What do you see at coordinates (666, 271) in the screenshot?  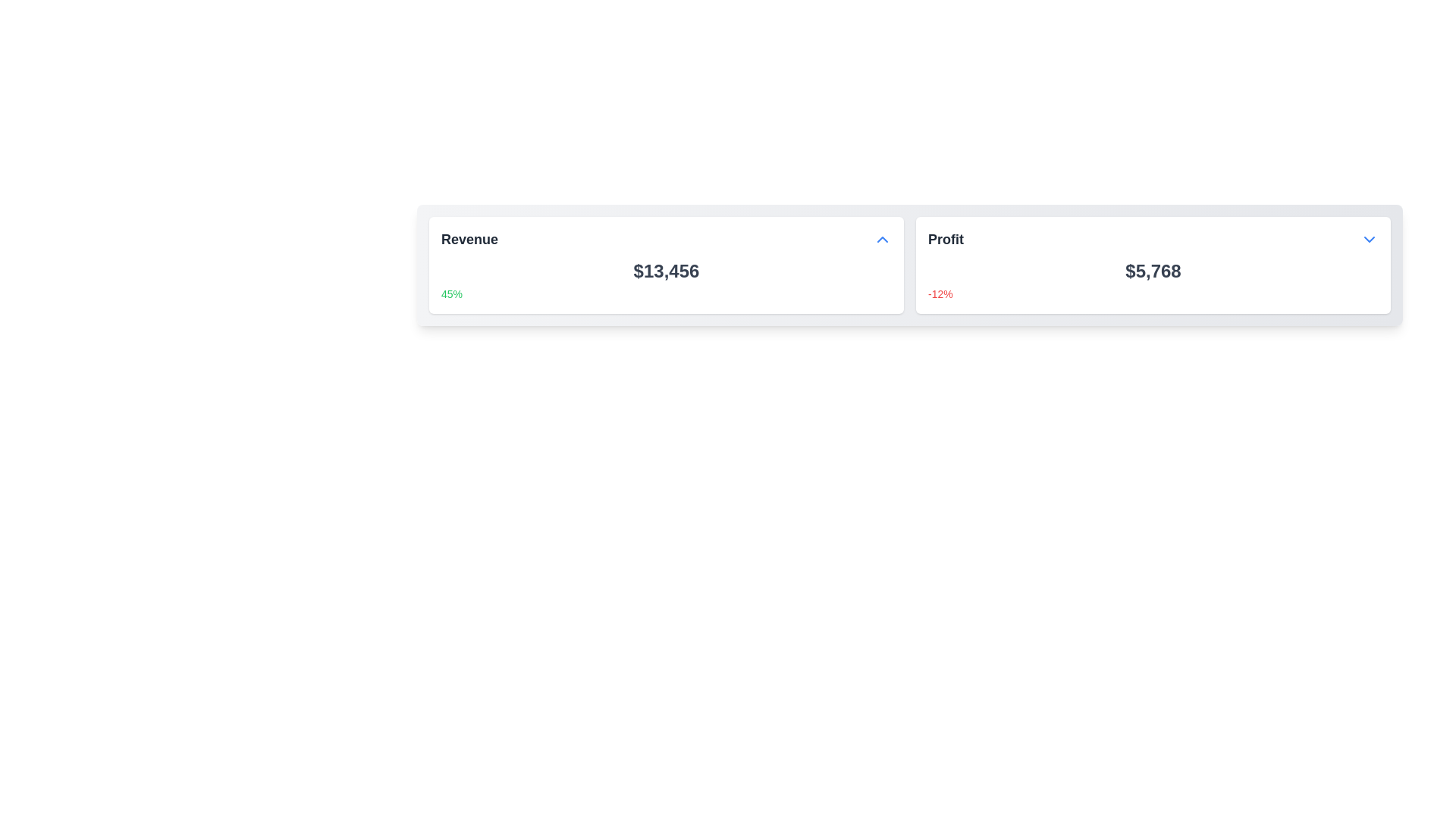 I see `the text element displaying the total revenue value ('$13,456') that is centrally located within the white card labeled 'Revenue'` at bounding box center [666, 271].